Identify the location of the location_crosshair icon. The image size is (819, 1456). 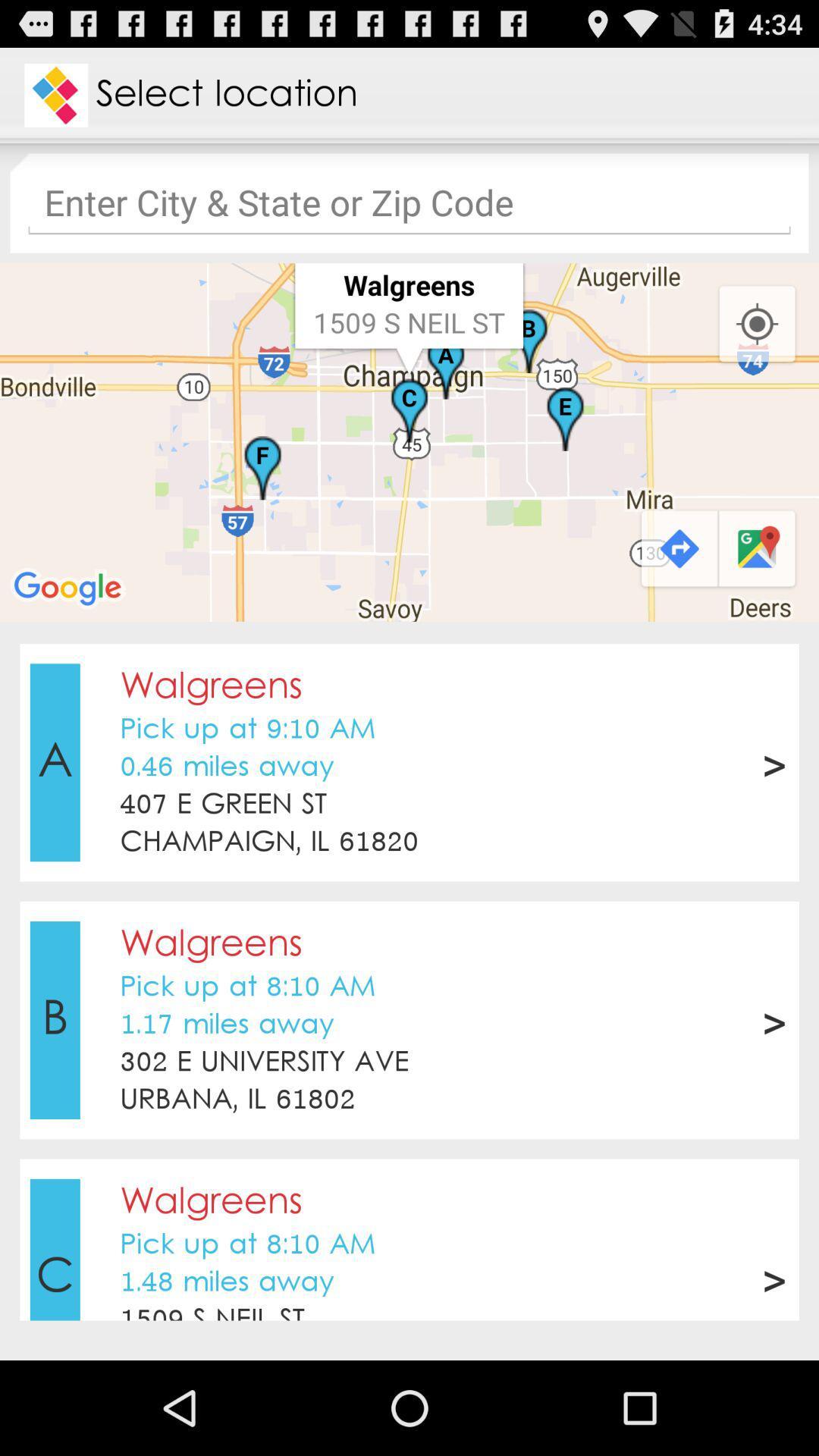
(757, 347).